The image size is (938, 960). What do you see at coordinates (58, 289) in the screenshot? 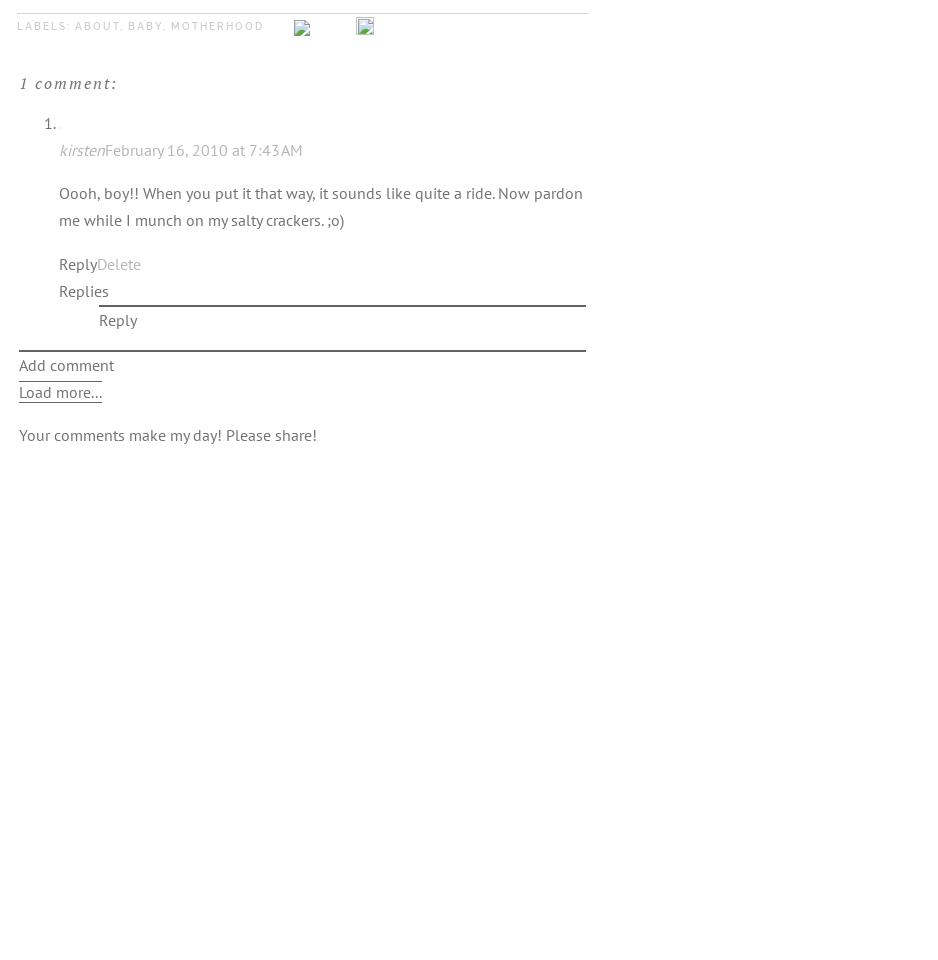
I see `'Replies'` at bounding box center [58, 289].